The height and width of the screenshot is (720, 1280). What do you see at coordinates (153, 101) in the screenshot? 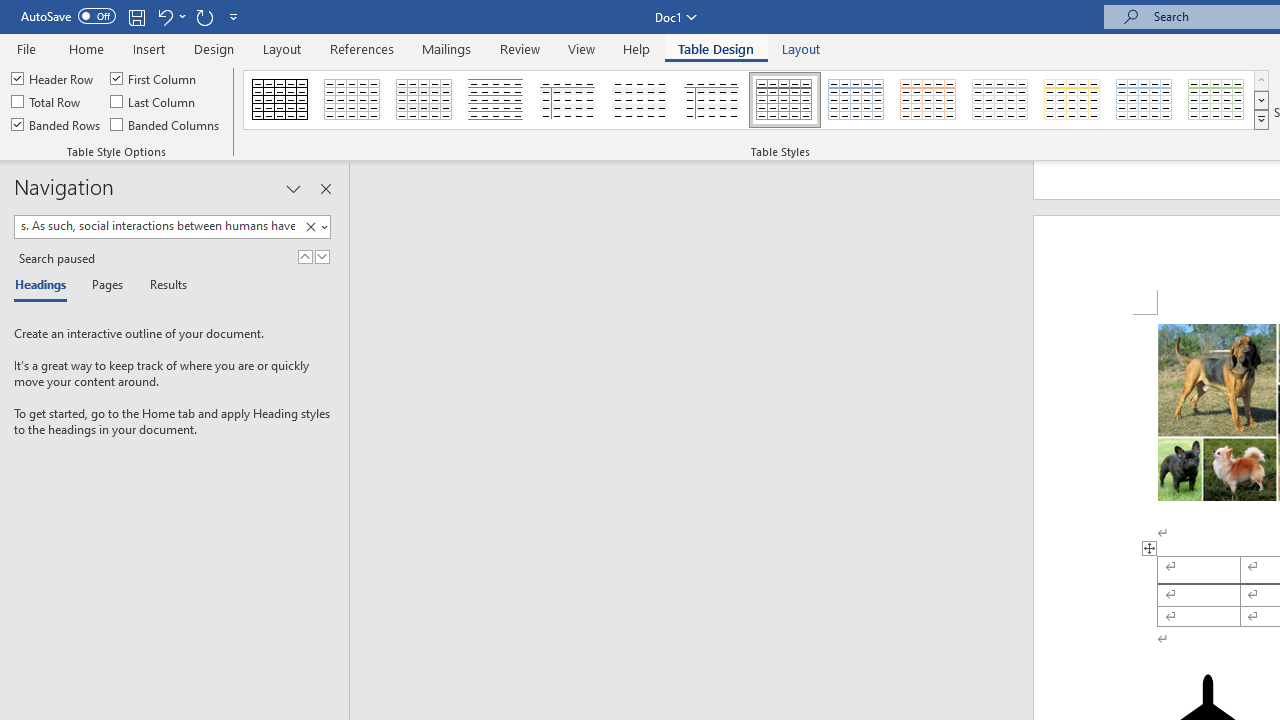
I see `'Last Column'` at bounding box center [153, 101].